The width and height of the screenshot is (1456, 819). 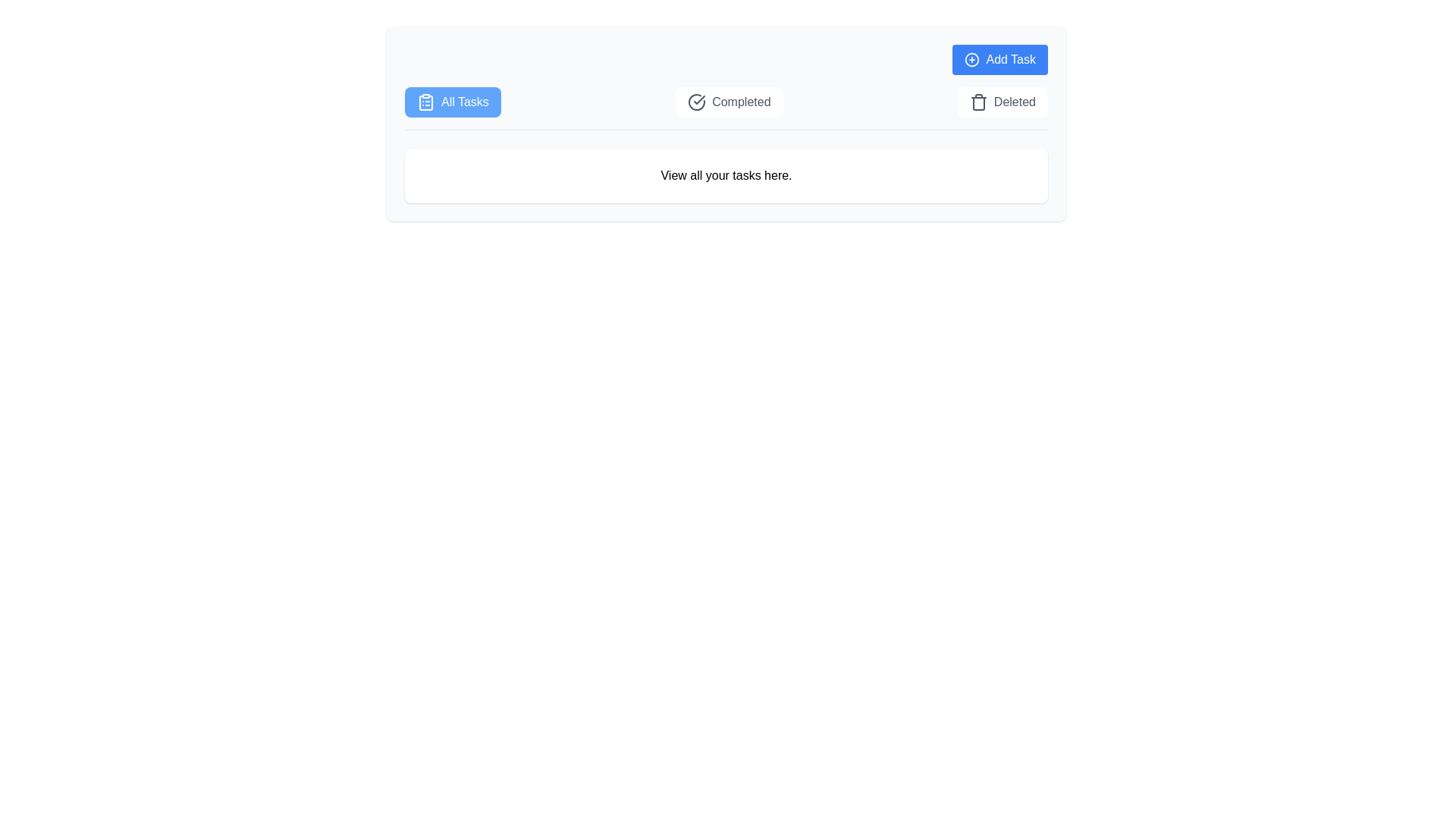 What do you see at coordinates (978, 102) in the screenshot?
I see `the deletion icon located inside the 'Deleted' button in the top-right quadrant of the interface` at bounding box center [978, 102].